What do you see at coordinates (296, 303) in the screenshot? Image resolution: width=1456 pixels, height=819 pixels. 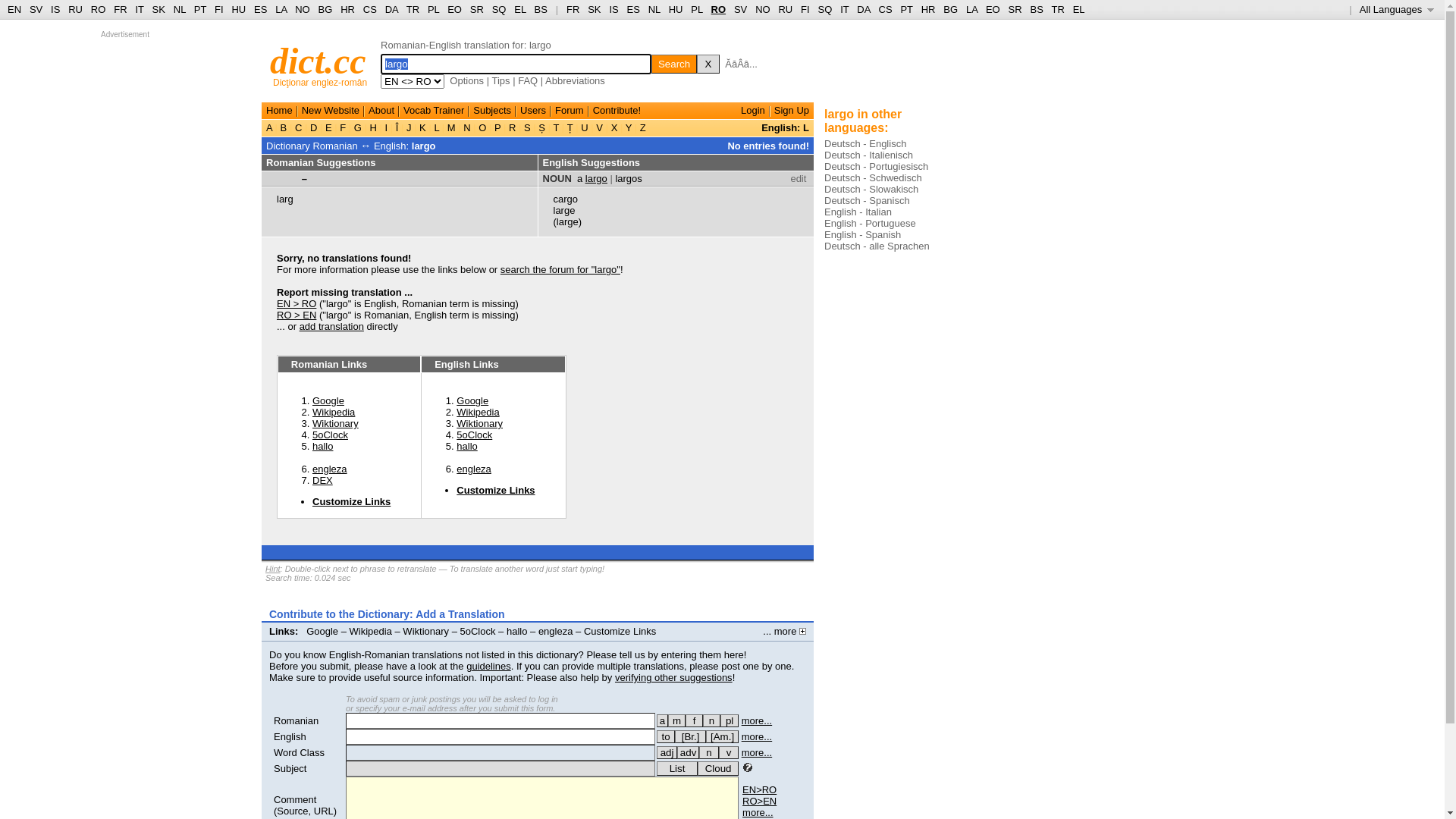 I see `'EN > RO'` at bounding box center [296, 303].